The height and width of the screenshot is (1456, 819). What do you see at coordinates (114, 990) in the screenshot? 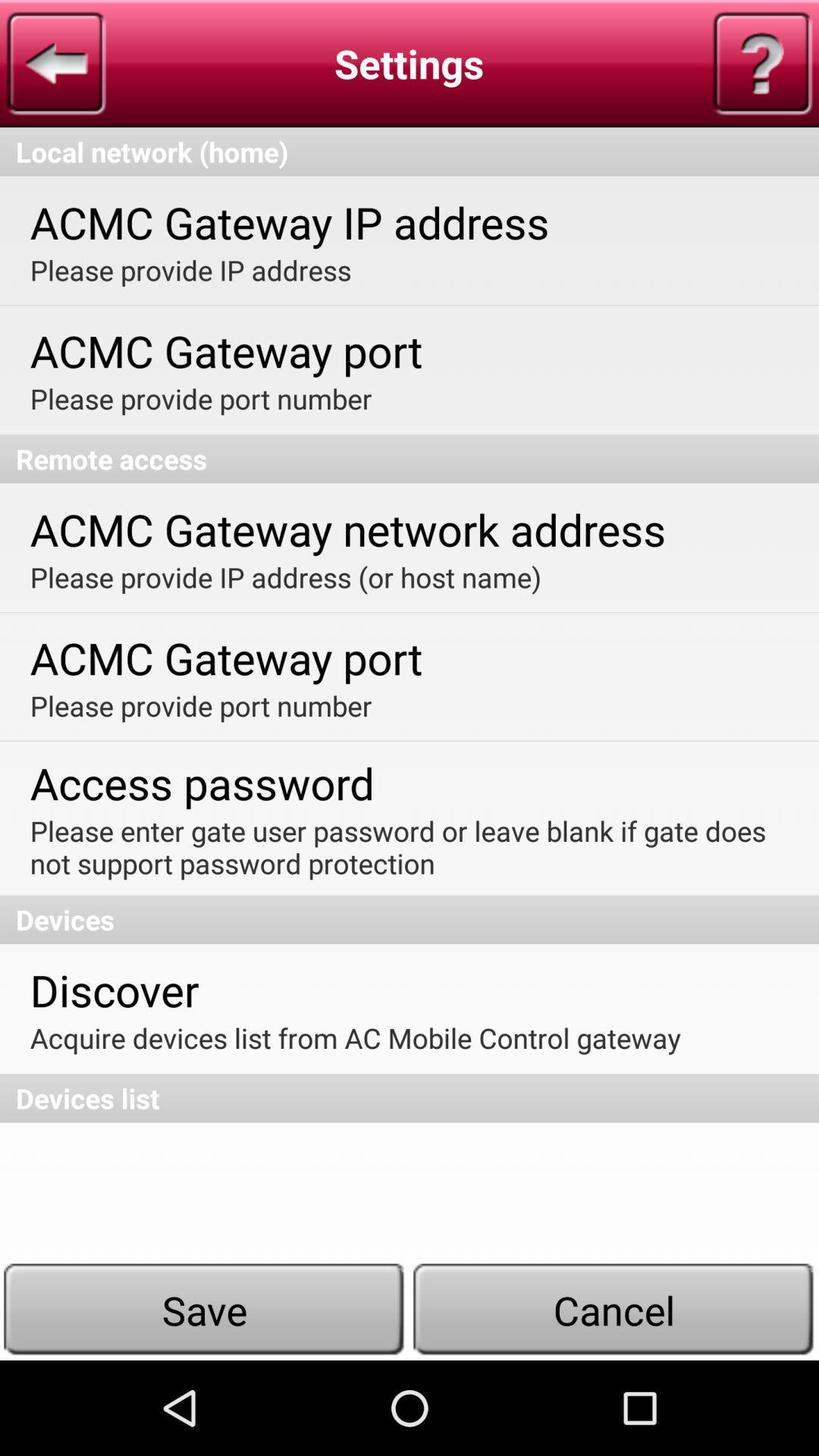
I see `the app below the devices item` at bounding box center [114, 990].